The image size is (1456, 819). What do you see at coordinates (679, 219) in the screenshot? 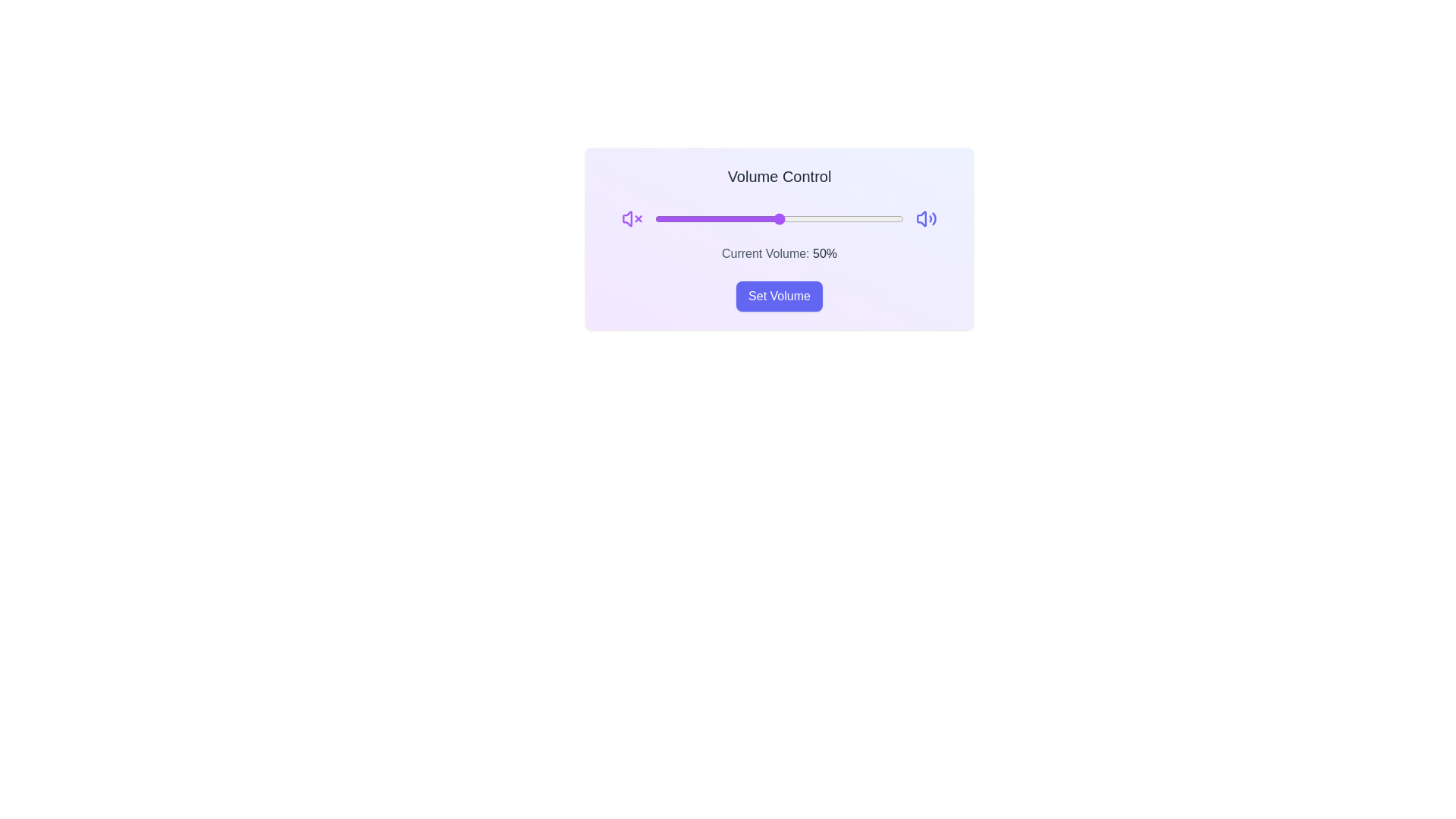
I see `the volume slider to set the volume to 10%` at bounding box center [679, 219].